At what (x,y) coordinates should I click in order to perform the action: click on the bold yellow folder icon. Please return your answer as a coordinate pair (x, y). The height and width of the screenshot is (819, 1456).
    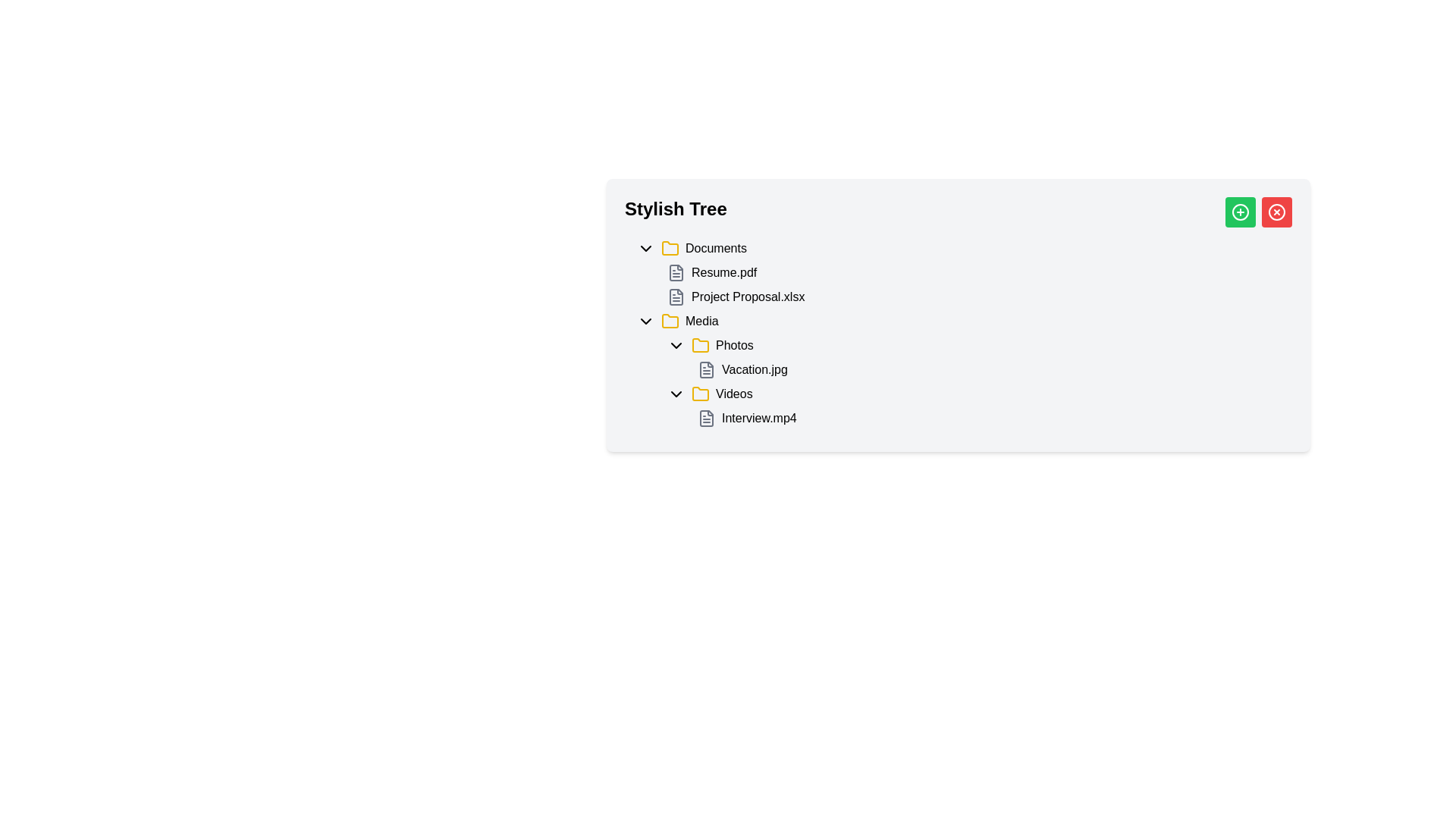
    Looking at the image, I should click on (669, 247).